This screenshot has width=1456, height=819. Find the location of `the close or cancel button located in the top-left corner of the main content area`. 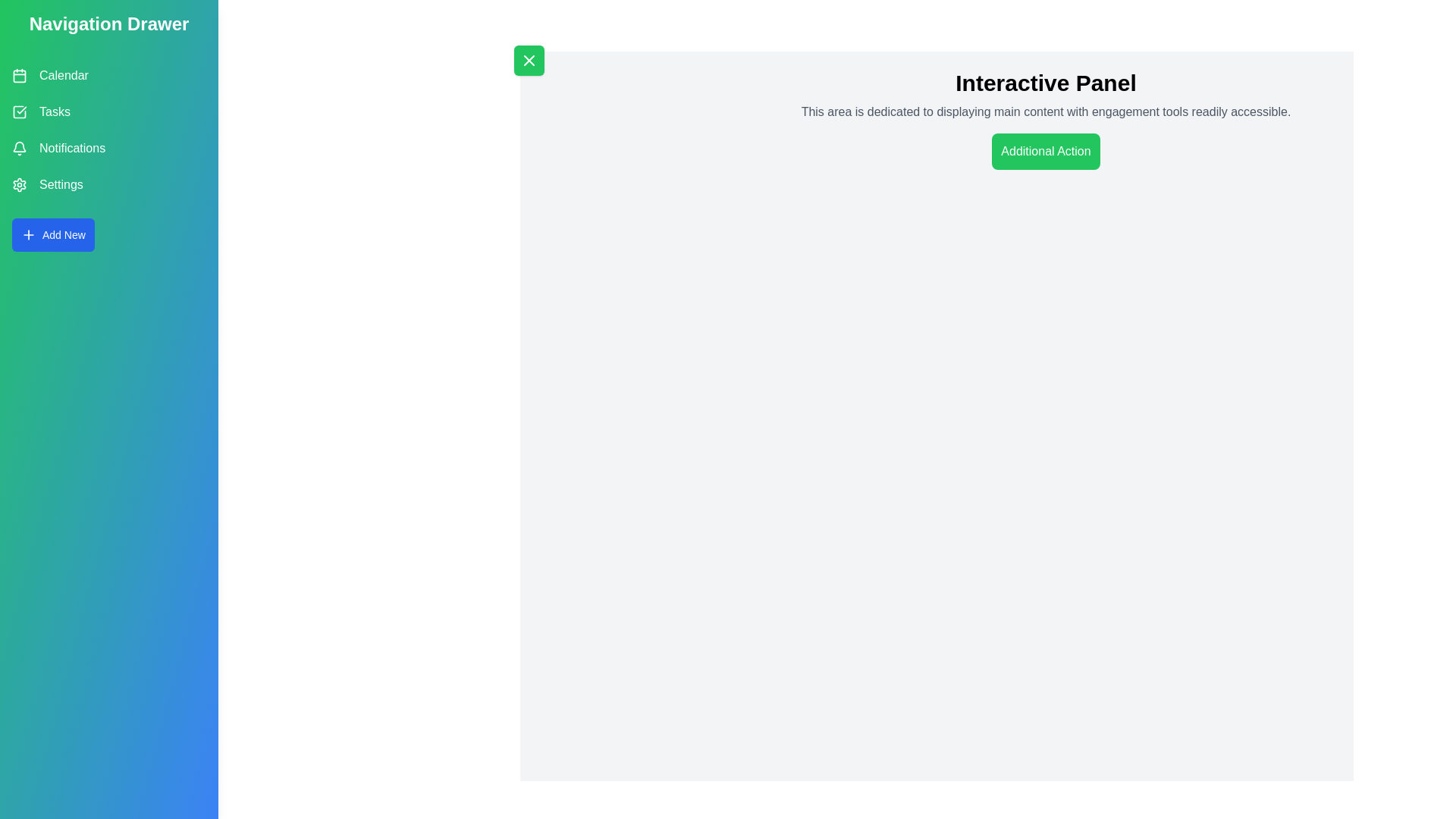

the close or cancel button located in the top-left corner of the main content area is located at coordinates (529, 60).